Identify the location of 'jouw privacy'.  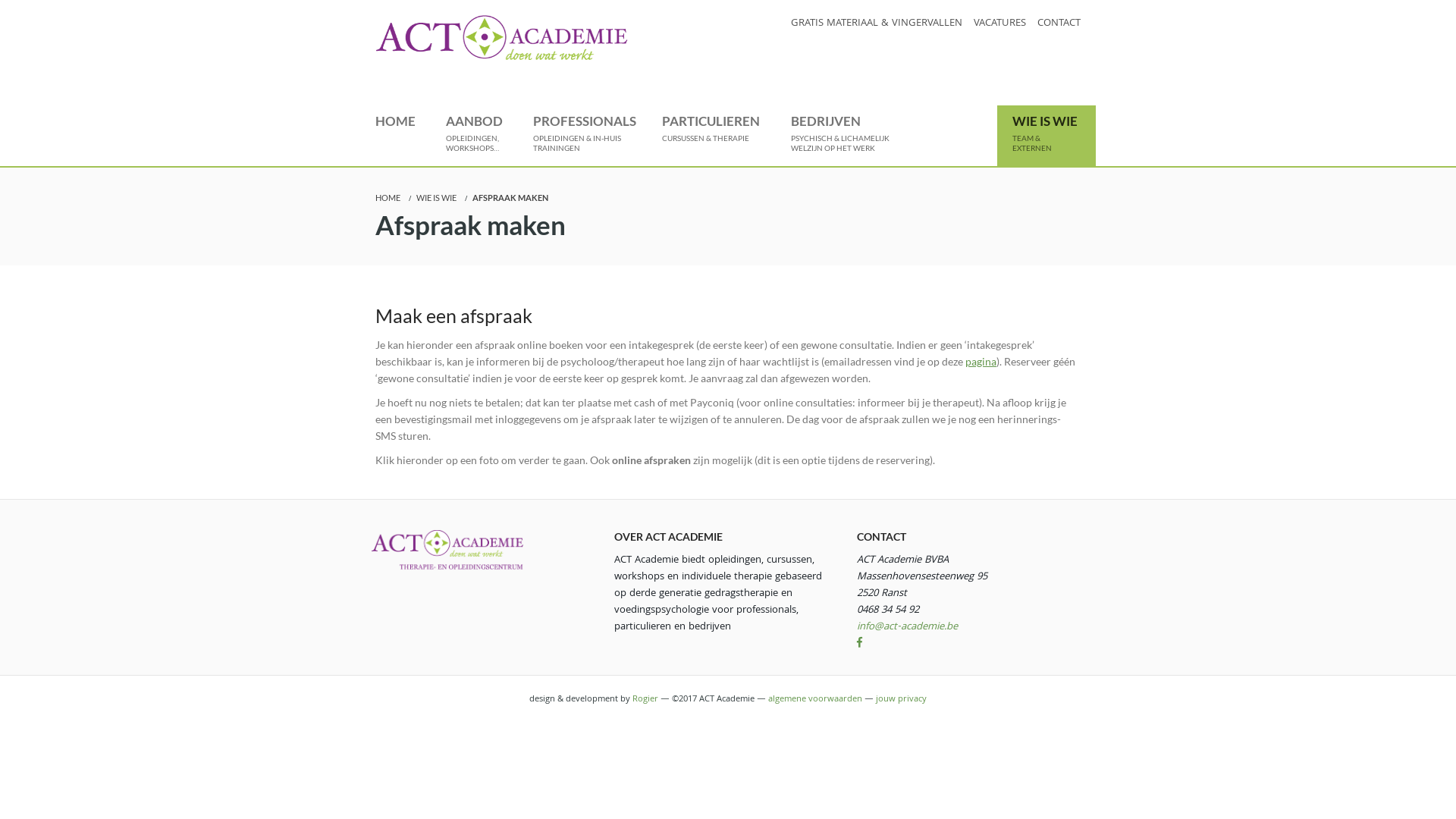
(901, 699).